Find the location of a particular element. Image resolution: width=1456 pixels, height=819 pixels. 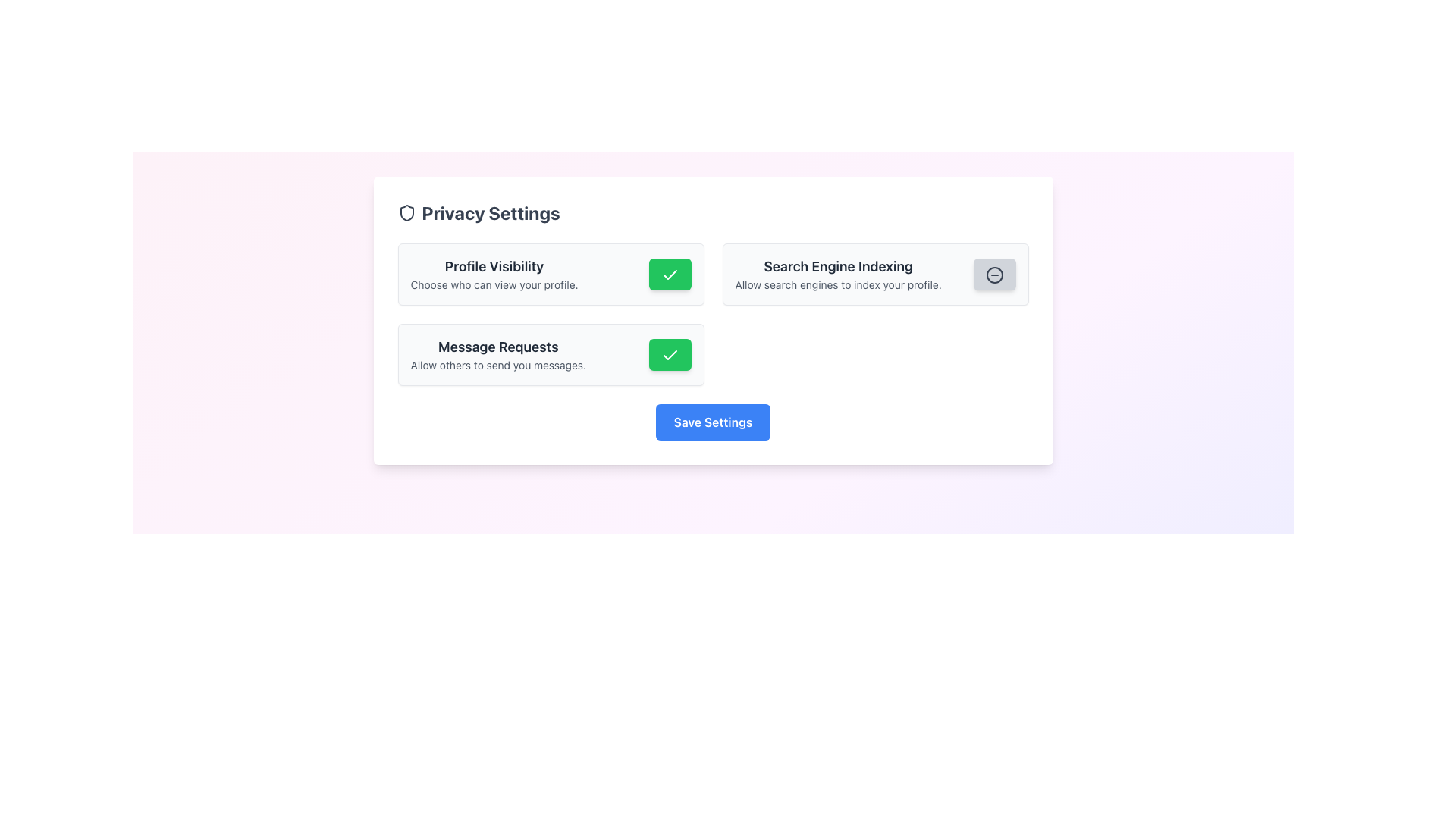

the 'Search Engine Indexing' text label is located at coordinates (837, 275).